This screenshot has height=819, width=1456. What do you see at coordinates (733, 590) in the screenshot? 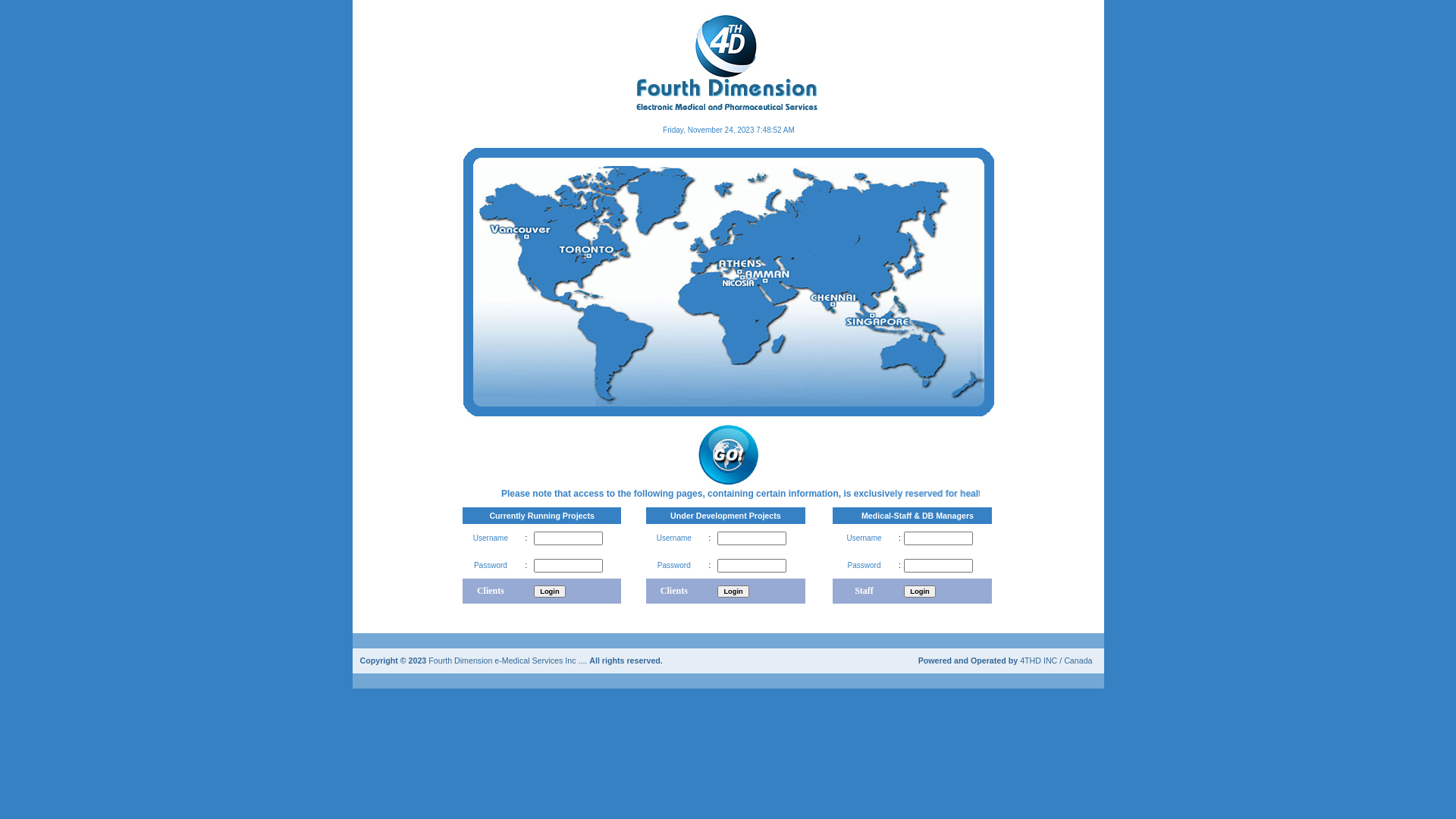
I see `'Login'` at bounding box center [733, 590].